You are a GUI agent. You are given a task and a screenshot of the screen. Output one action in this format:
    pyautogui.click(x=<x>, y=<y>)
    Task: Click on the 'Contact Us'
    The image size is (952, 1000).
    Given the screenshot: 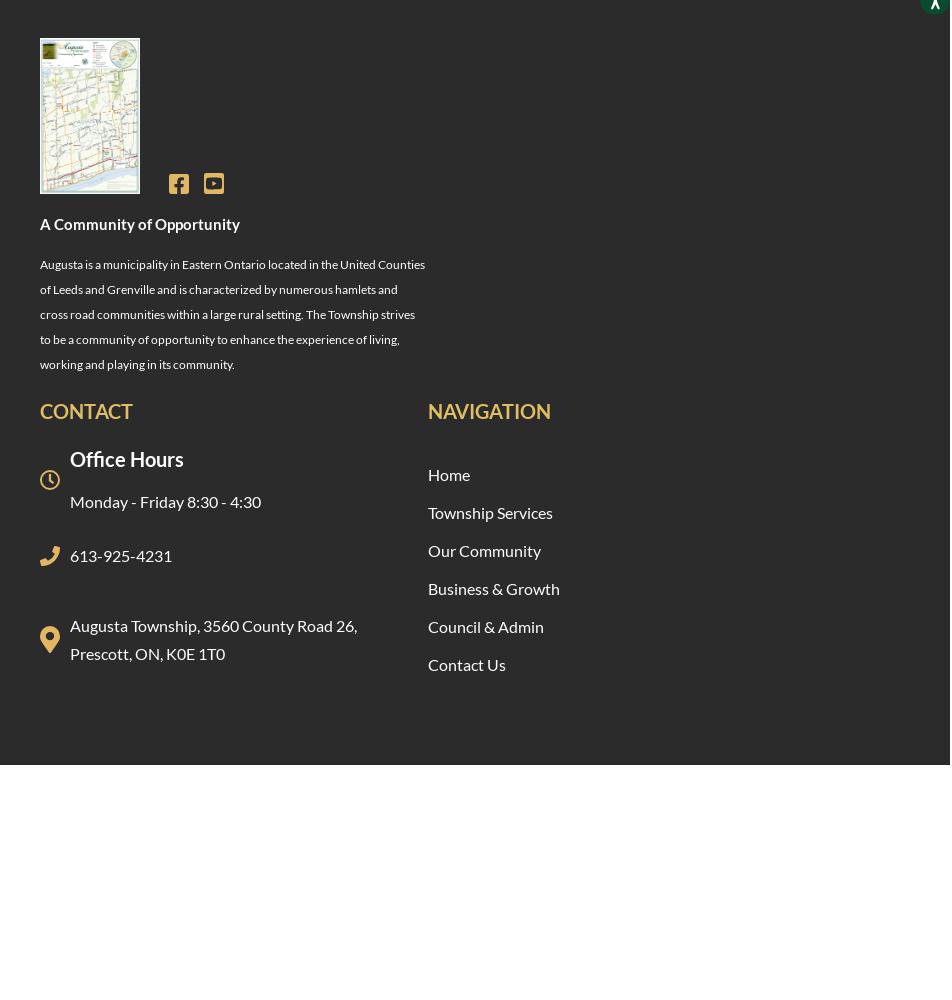 What is the action you would take?
    pyautogui.click(x=466, y=663)
    